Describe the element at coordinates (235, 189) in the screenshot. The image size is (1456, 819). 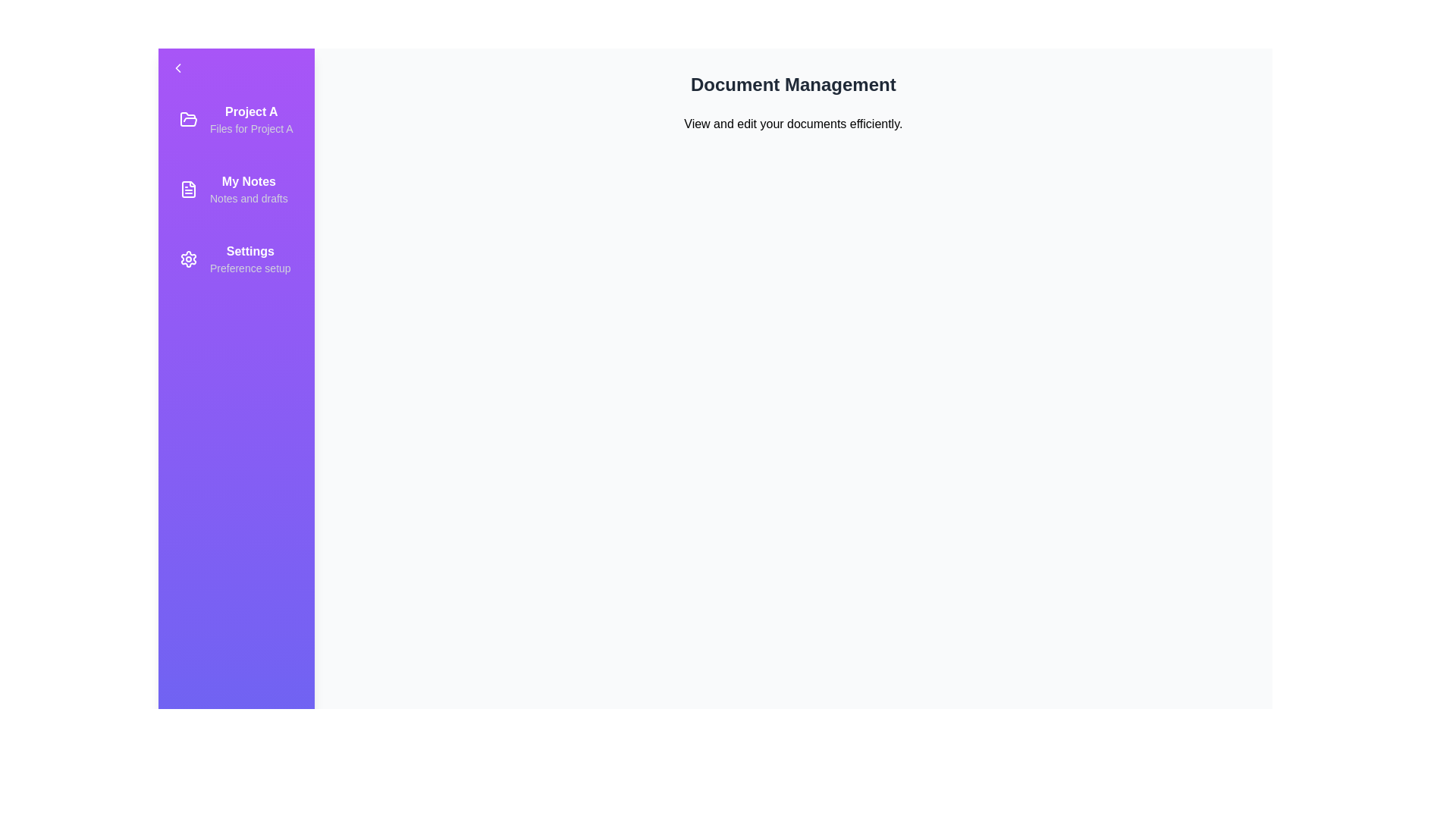
I see `the item My Notes from the list in the drawer` at that location.